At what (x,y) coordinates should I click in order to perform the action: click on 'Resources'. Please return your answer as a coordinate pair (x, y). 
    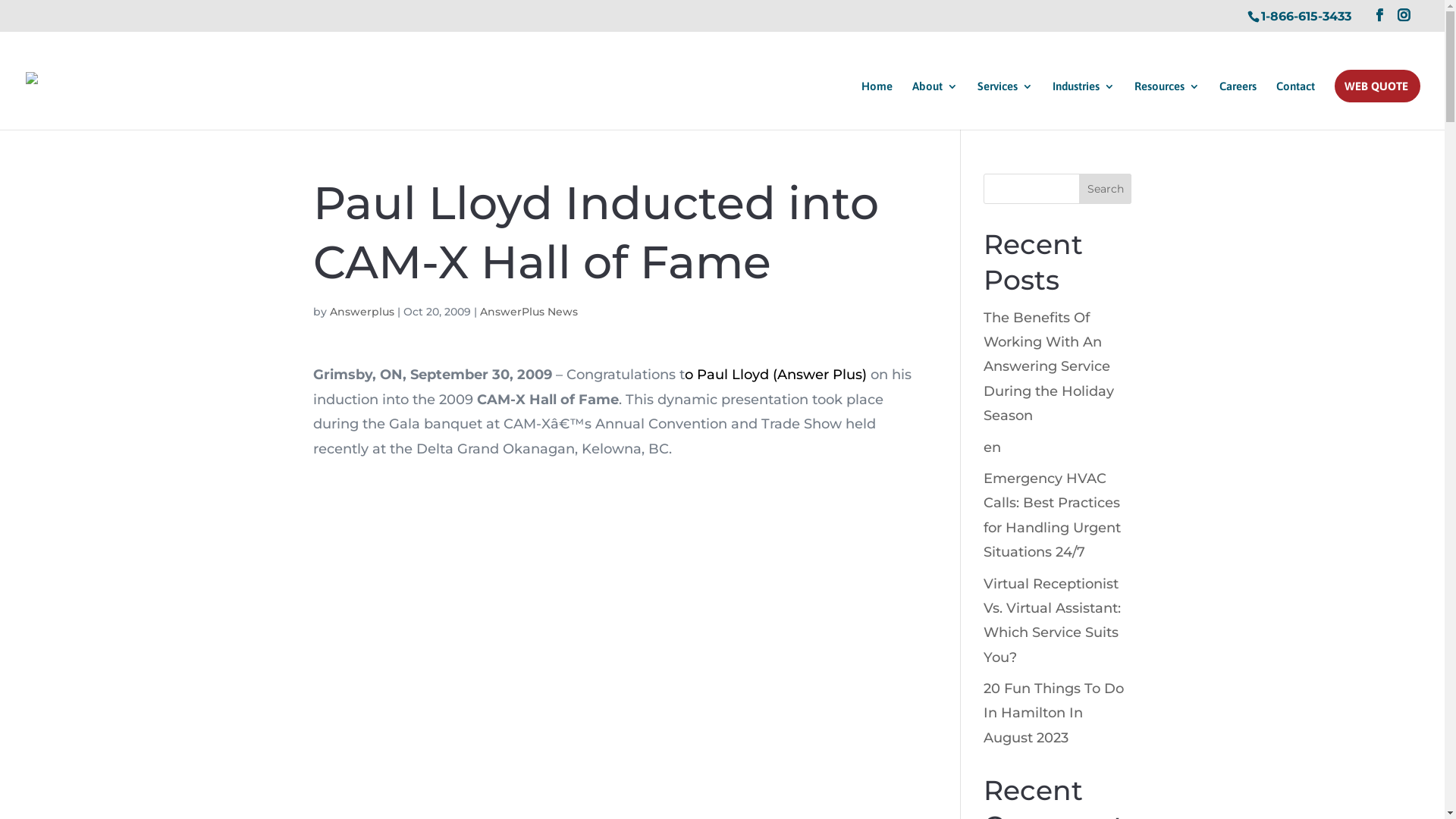
    Looking at the image, I should click on (1166, 104).